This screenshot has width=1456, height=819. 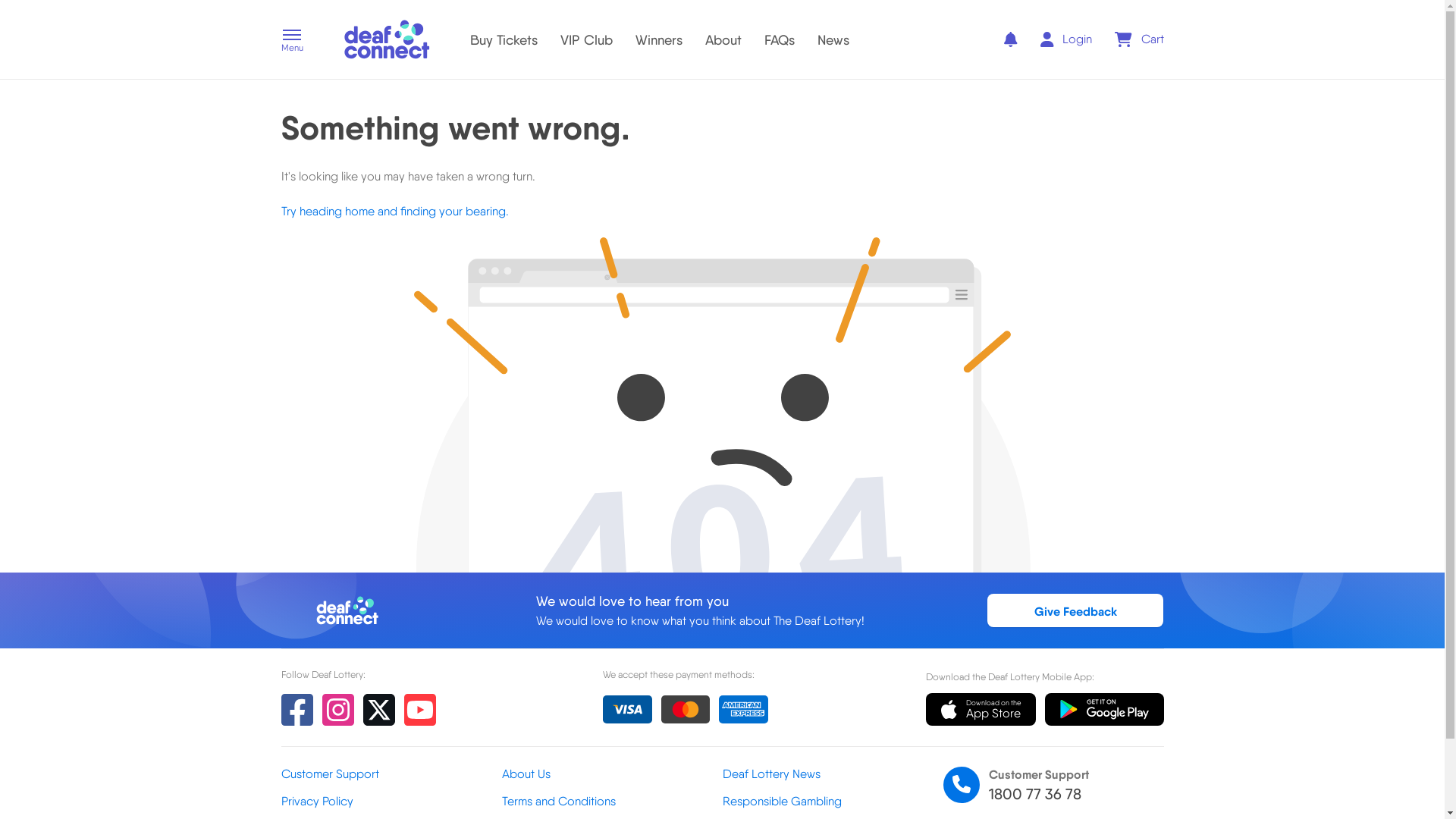 What do you see at coordinates (391, 800) in the screenshot?
I see `'Privacy Policy'` at bounding box center [391, 800].